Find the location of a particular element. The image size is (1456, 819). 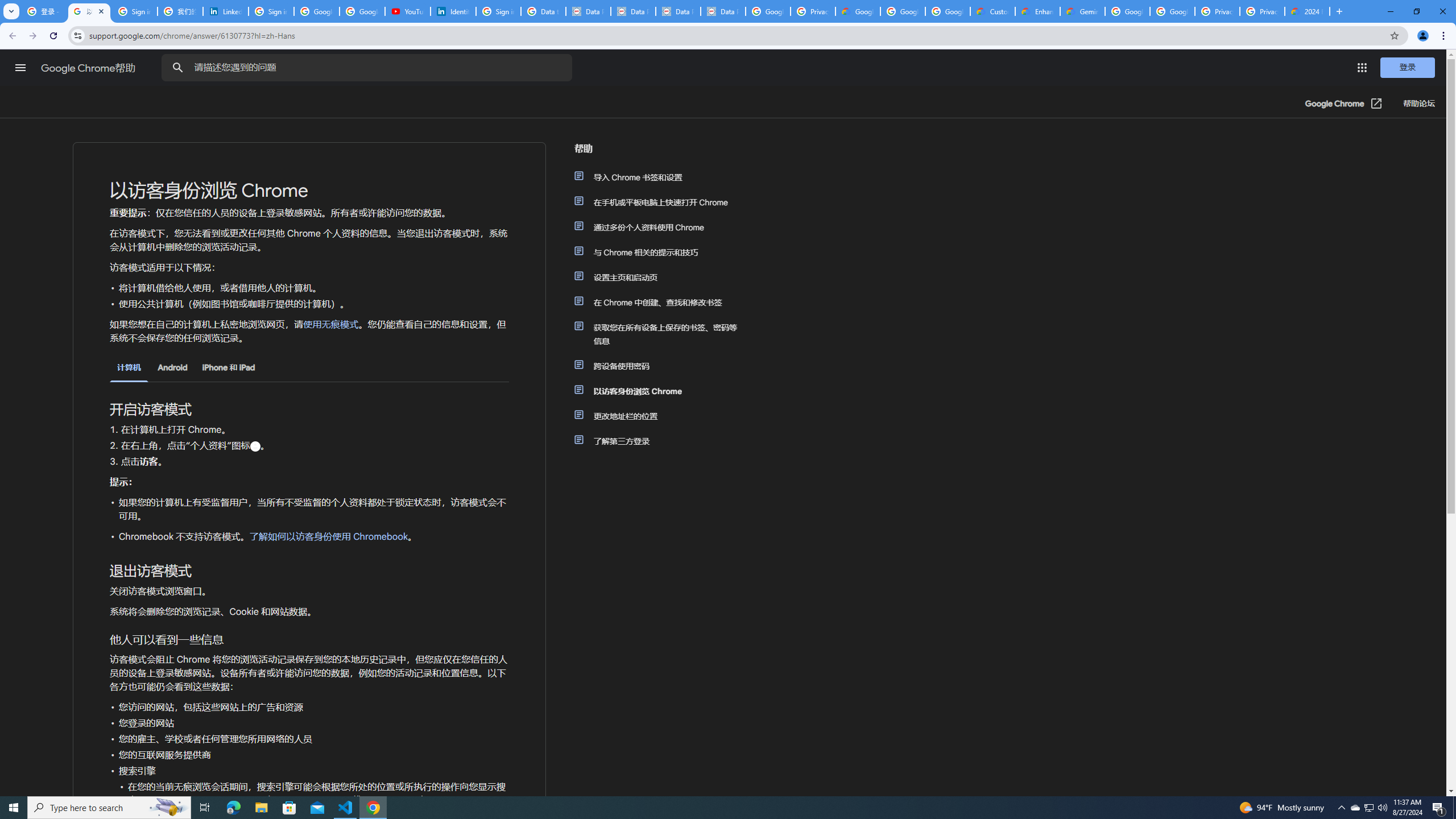

'Gemini for Business and Developers | Google Cloud' is located at coordinates (1082, 11).